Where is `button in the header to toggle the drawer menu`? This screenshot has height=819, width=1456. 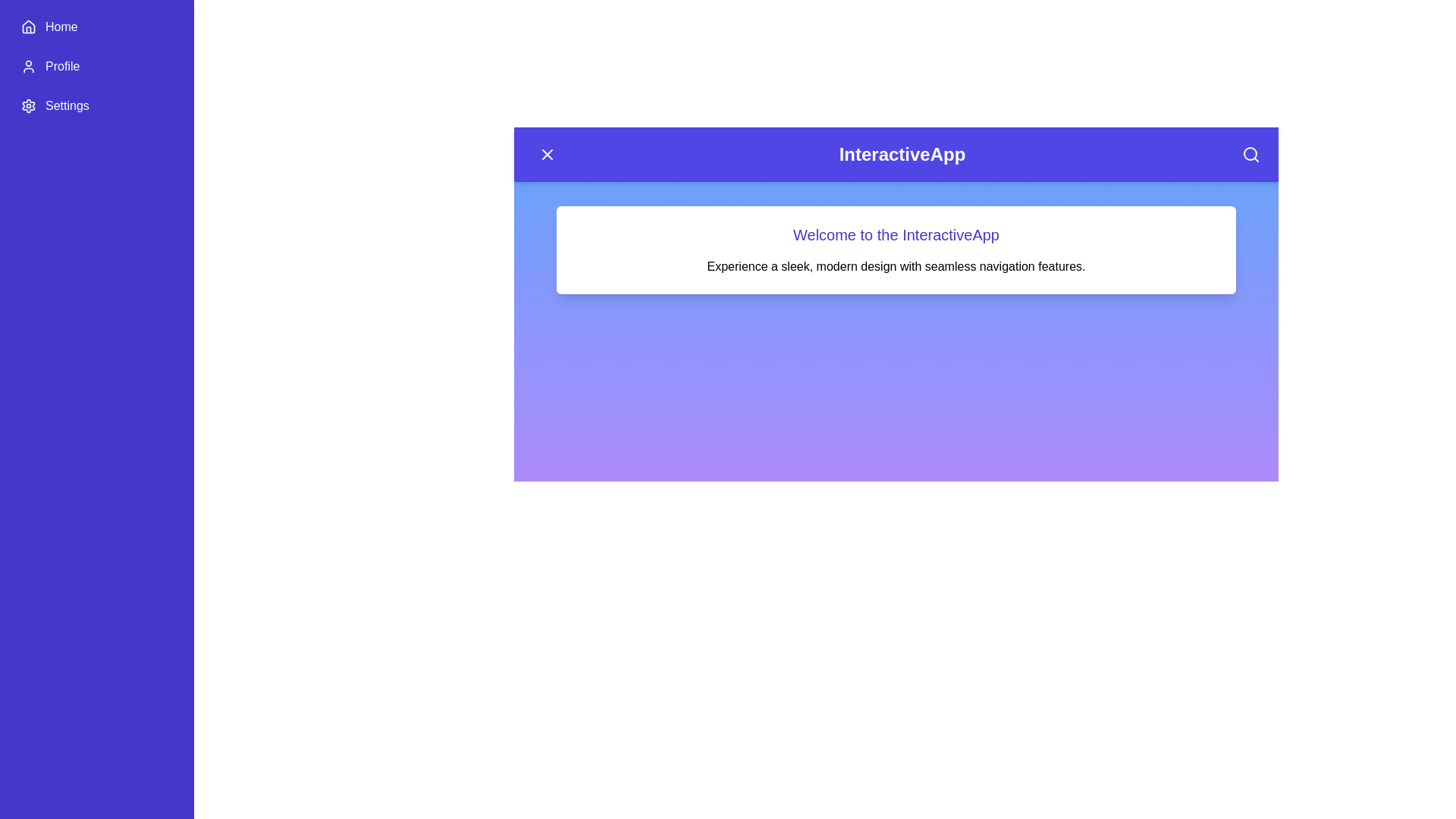 button in the header to toggle the drawer menu is located at coordinates (546, 155).